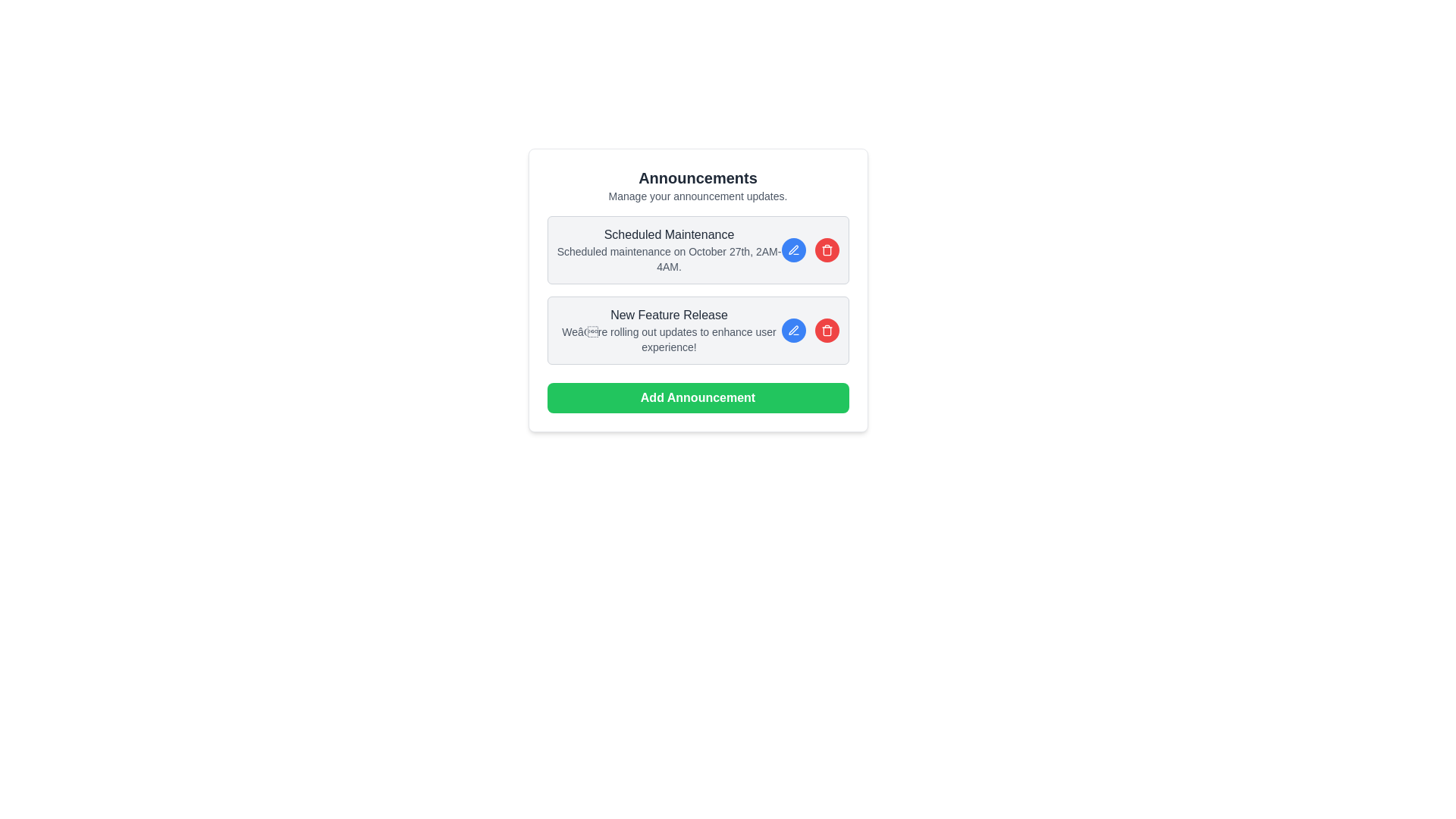  I want to click on the text element that provides additional descriptive information about the announcement titled 'New Feature Release', which is positioned beneath the title and centrally aligned within the announcement box, so click(668, 338).